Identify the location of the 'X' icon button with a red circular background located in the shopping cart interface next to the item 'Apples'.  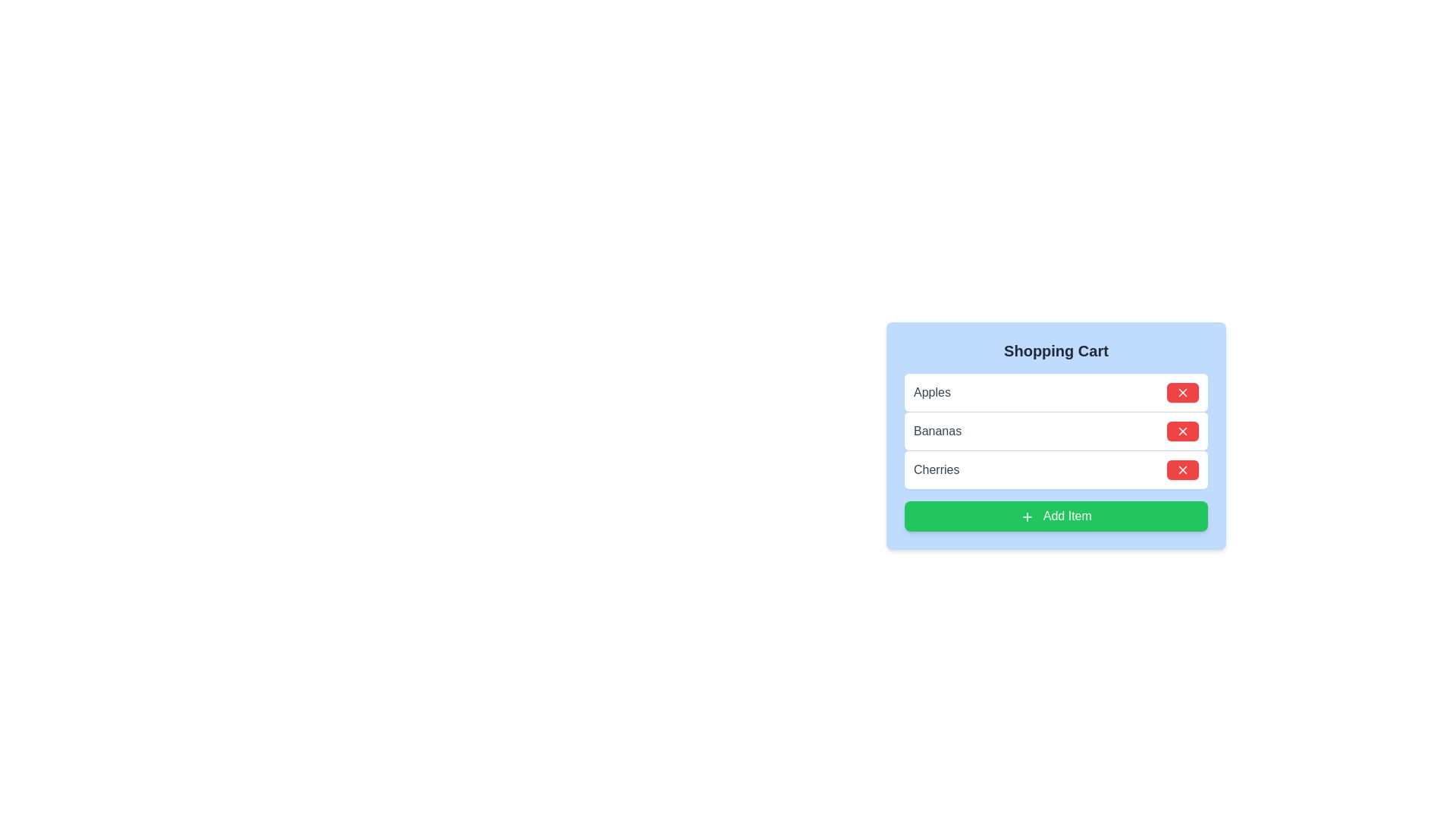
(1182, 391).